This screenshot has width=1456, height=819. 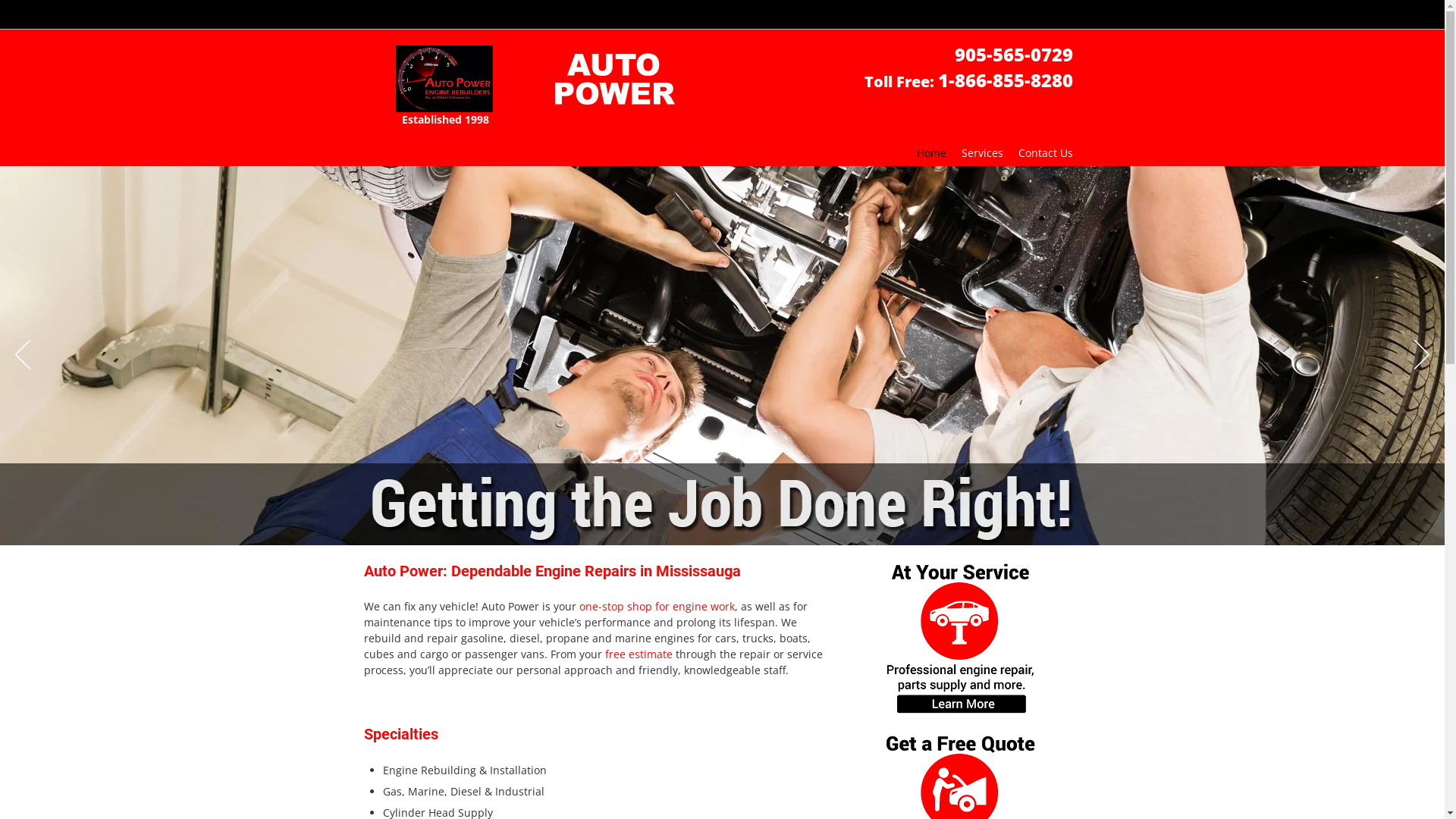 I want to click on 'one-stop shop for engine work', so click(x=657, y=607).